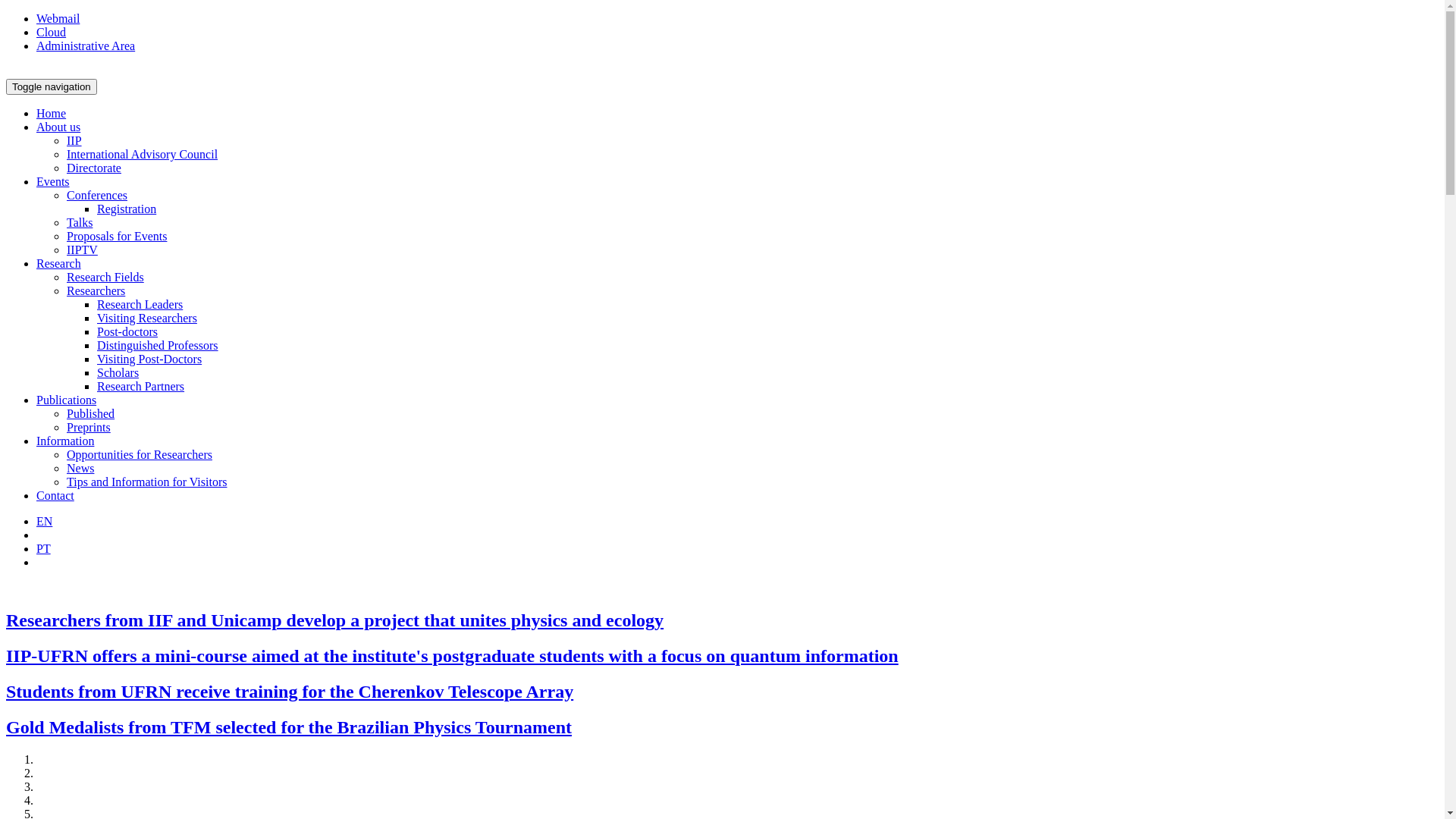  Describe the element at coordinates (146, 317) in the screenshot. I see `'Visiting Researchers'` at that location.